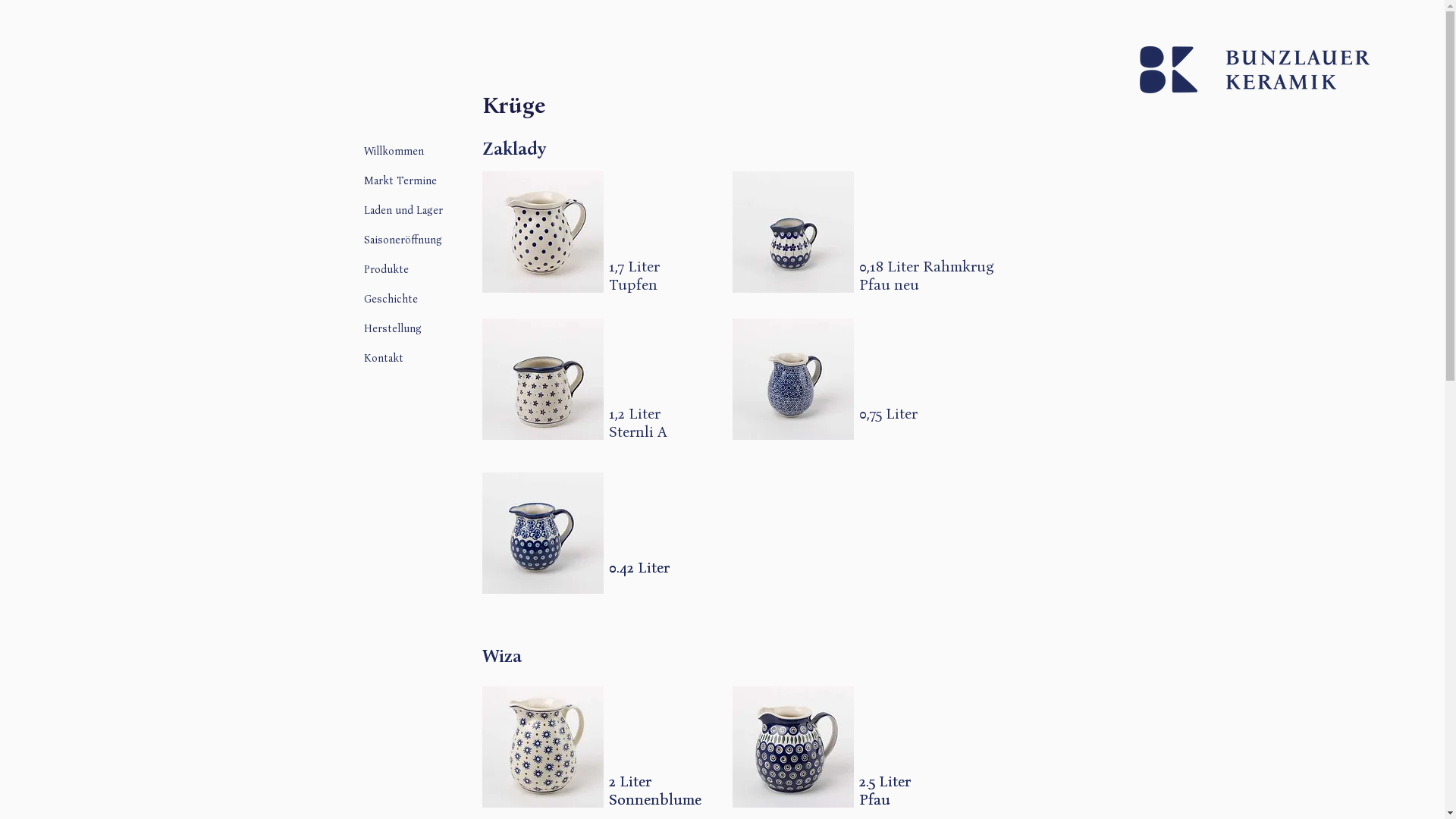 This screenshot has height=819, width=1456. I want to click on 'Produkte', so click(442, 268).